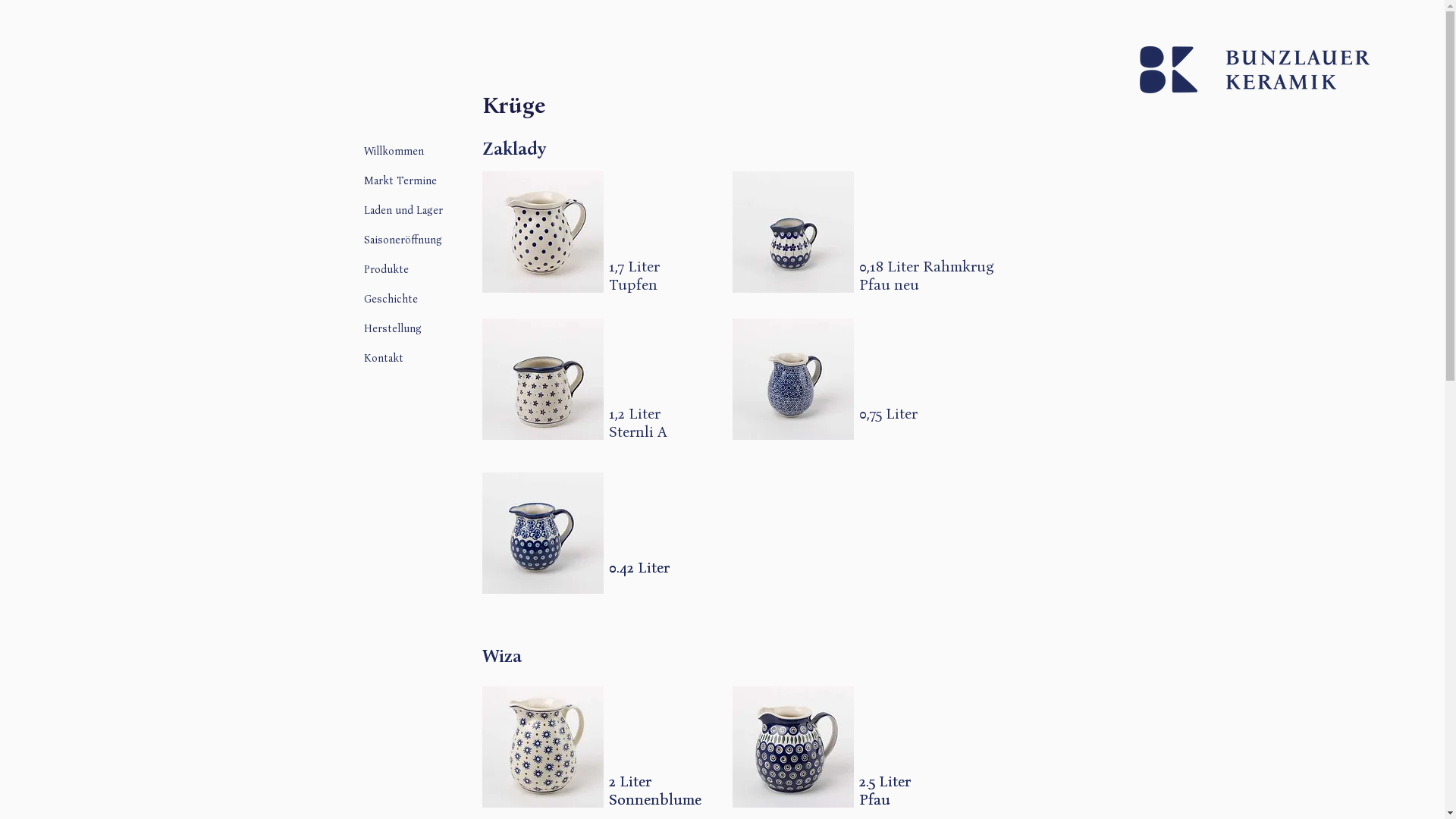 This screenshot has height=819, width=1456. I want to click on 'Produkte', so click(442, 268).